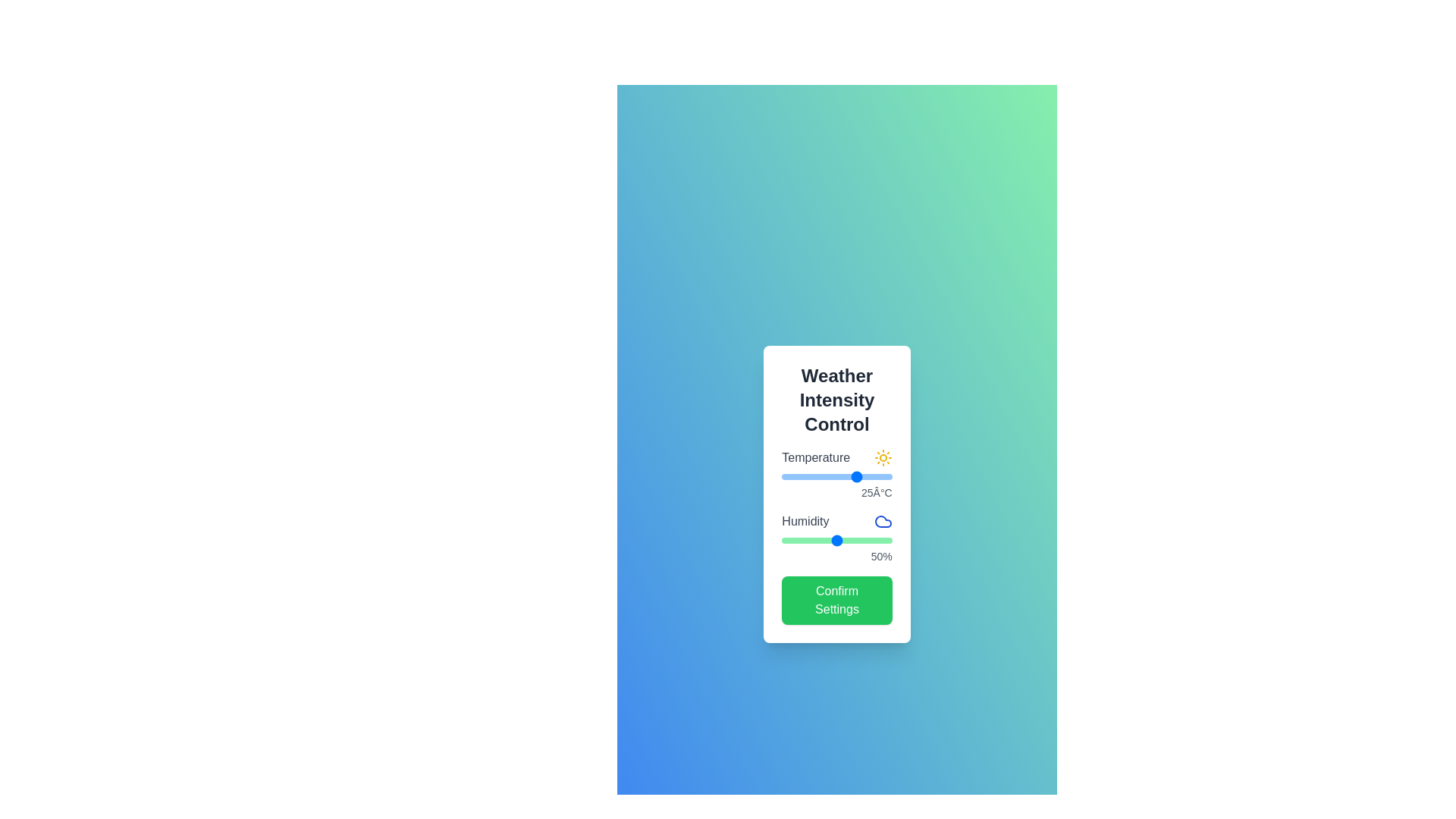  I want to click on the humidity slider to 1%, so click(783, 540).